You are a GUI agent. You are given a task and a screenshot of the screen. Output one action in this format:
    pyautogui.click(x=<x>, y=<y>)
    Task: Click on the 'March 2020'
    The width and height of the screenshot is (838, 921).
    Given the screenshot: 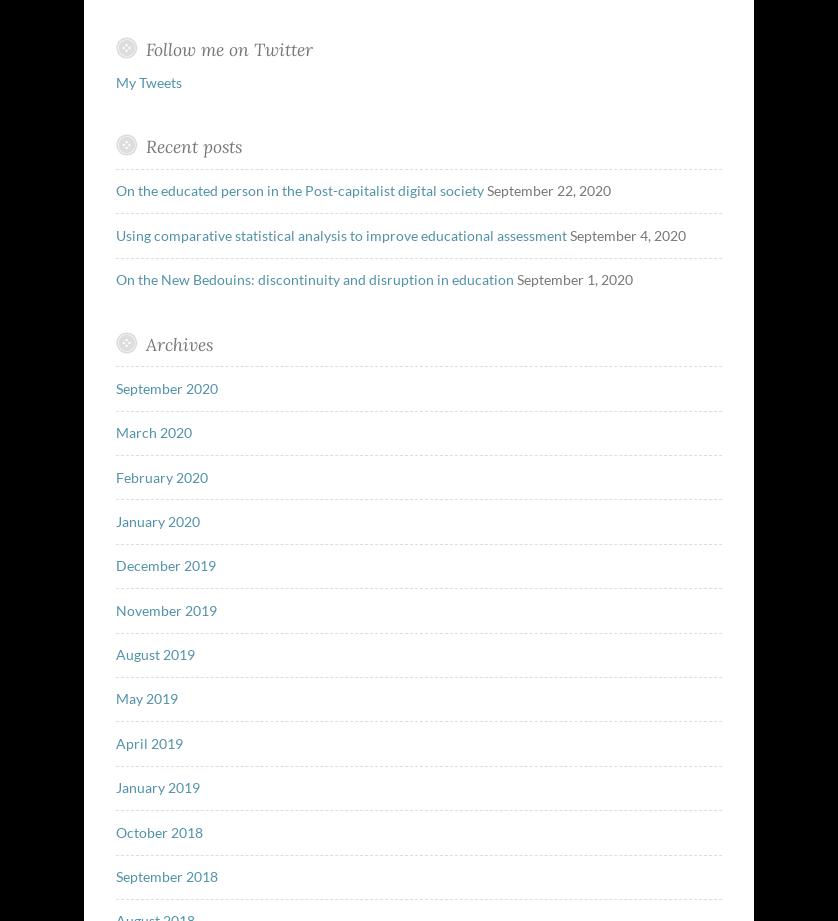 What is the action you would take?
    pyautogui.click(x=153, y=432)
    